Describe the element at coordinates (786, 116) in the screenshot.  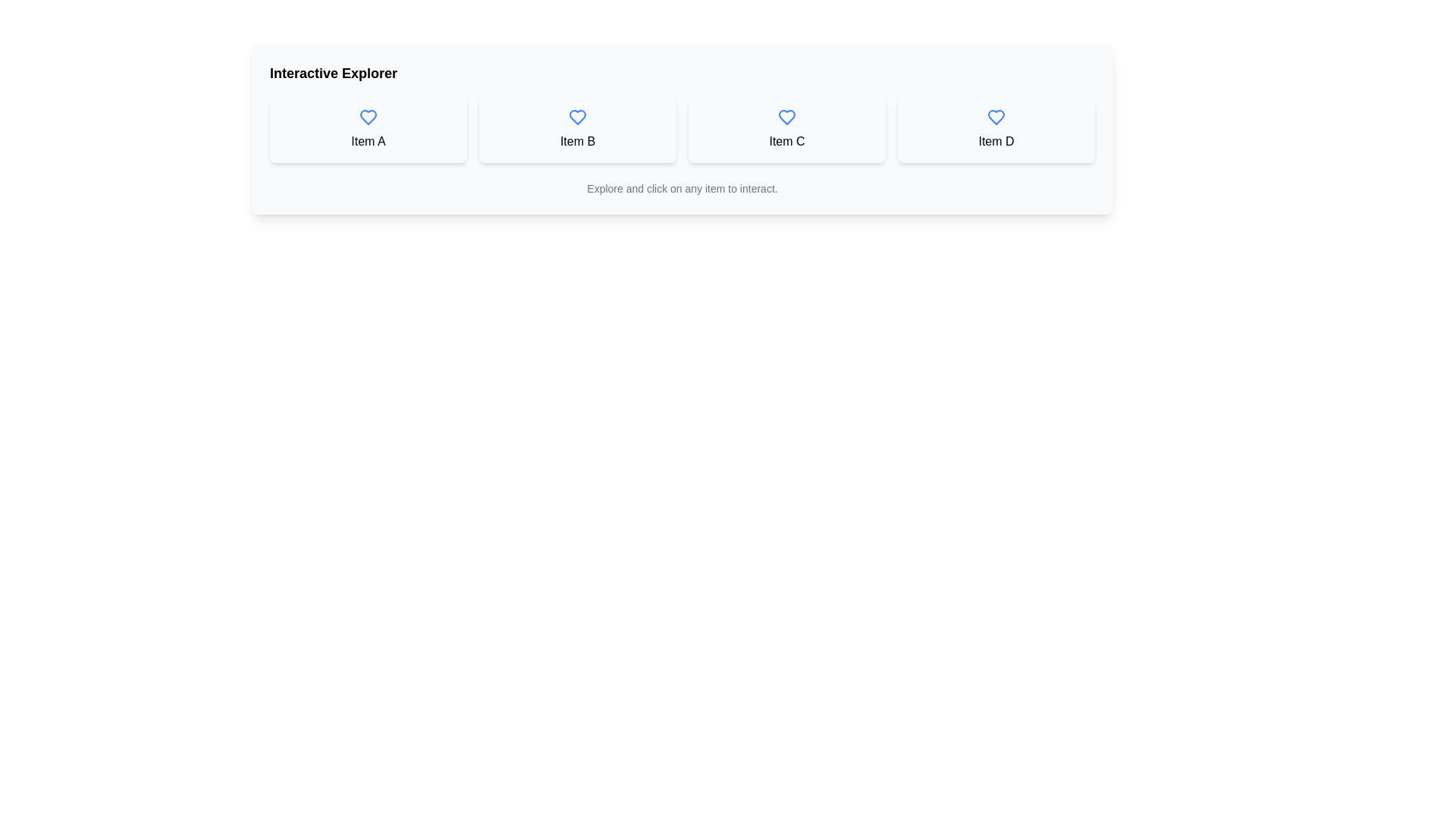
I see `the favoriting icon located in the third position under 'Item C', which visually indicates a liking action` at that location.